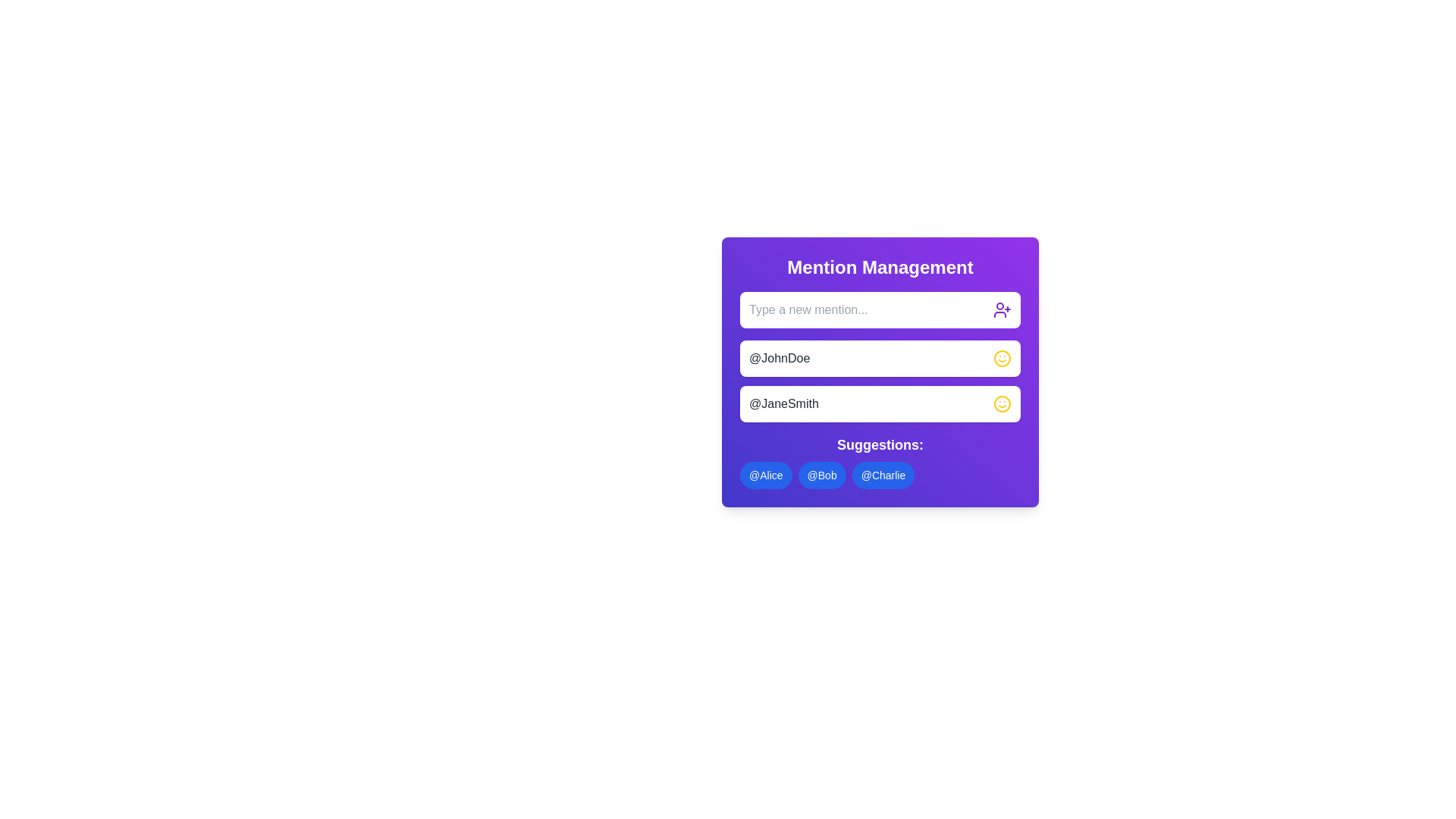  What do you see at coordinates (1002, 403) in the screenshot?
I see `the circular yellow smiley face icon located to the right of the username '@JaneSmith'` at bounding box center [1002, 403].